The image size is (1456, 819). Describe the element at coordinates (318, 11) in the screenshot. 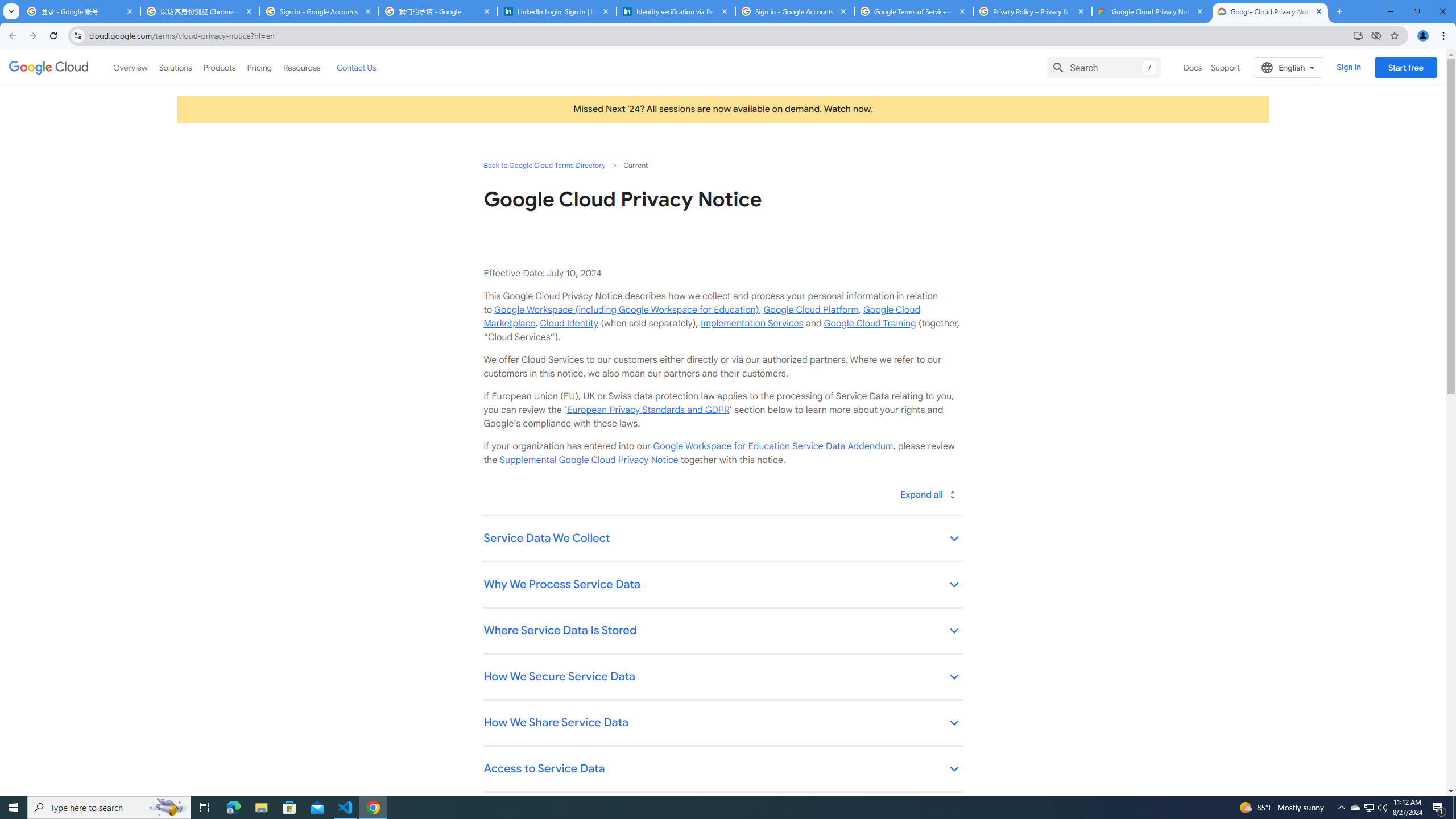

I see `'Sign in - Google Accounts'` at that location.